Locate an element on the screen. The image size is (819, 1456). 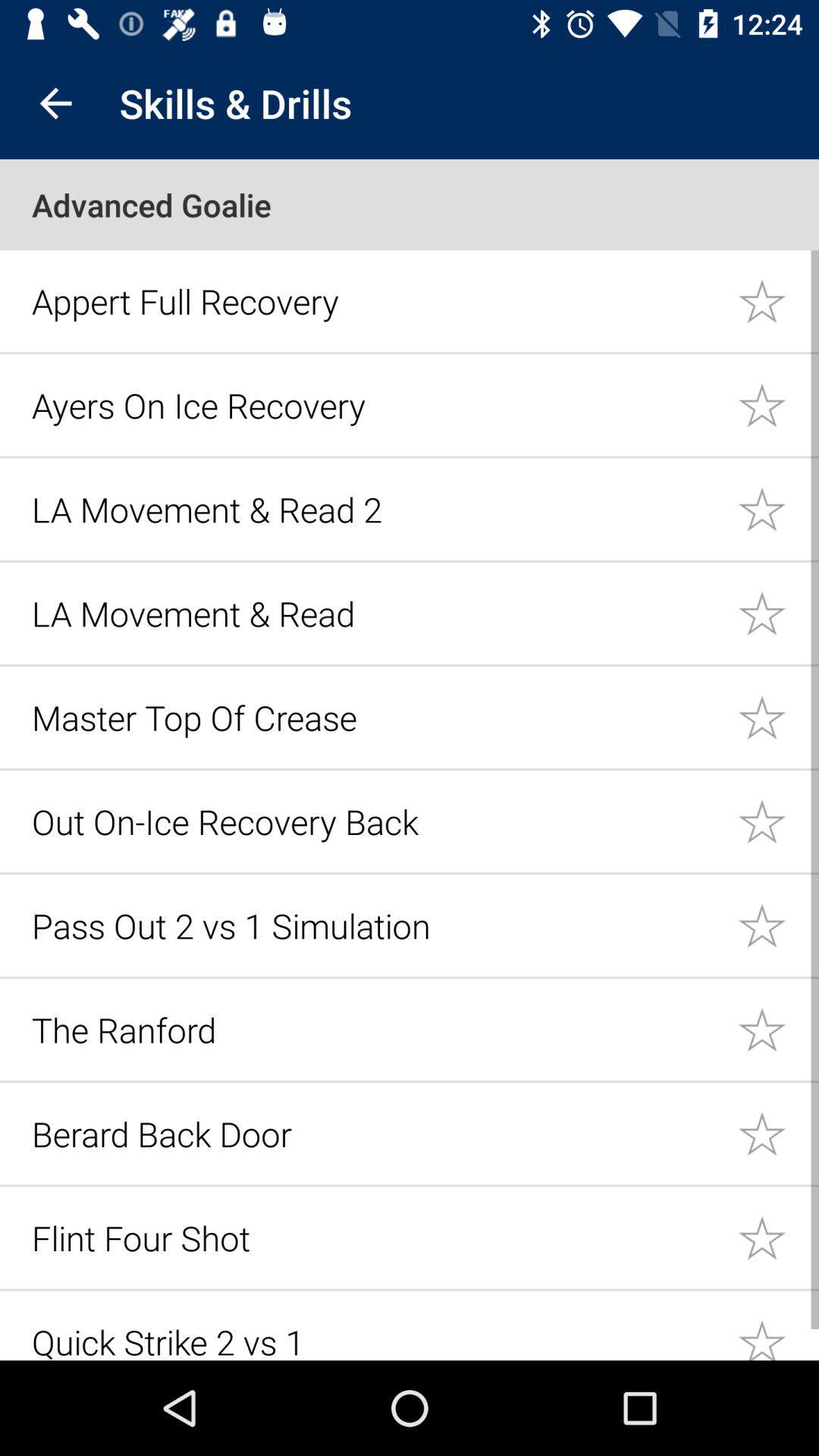
the icon above the advanced goalie item is located at coordinates (55, 102).